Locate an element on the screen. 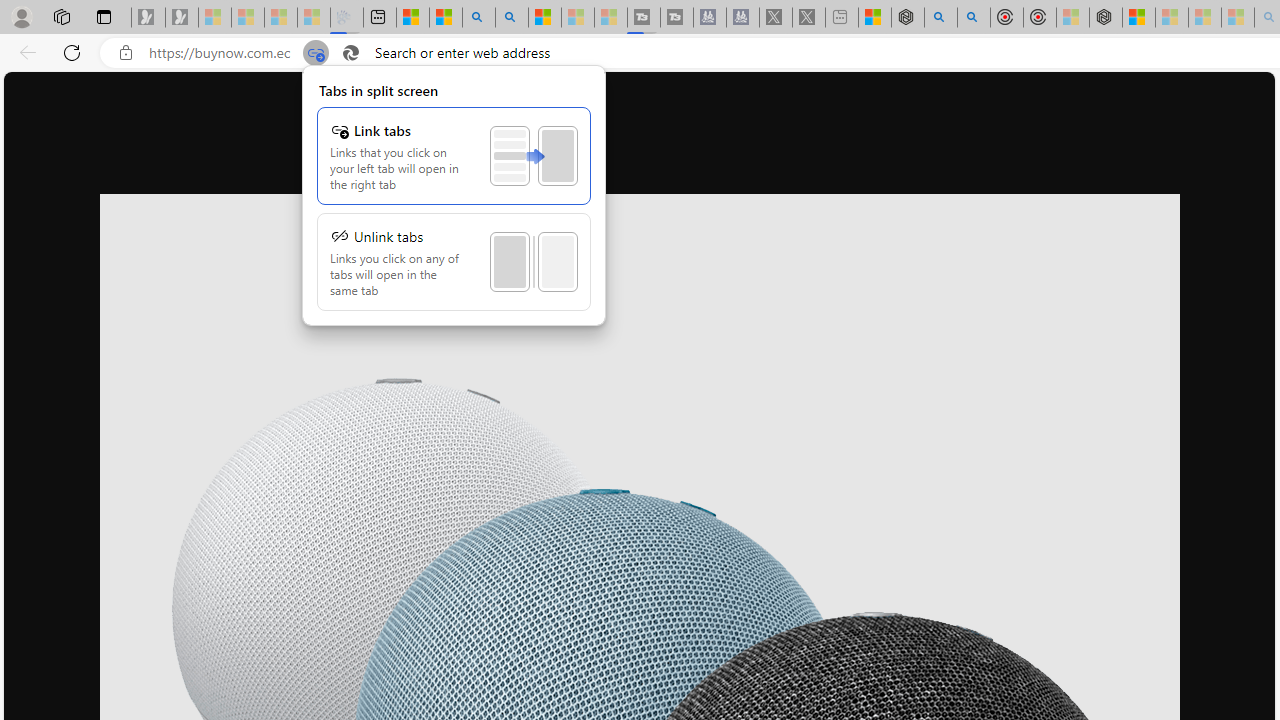 The height and width of the screenshot is (720, 1280). 'Class: SplitWindowMenuLinkPanelView' is located at coordinates (453, 195).